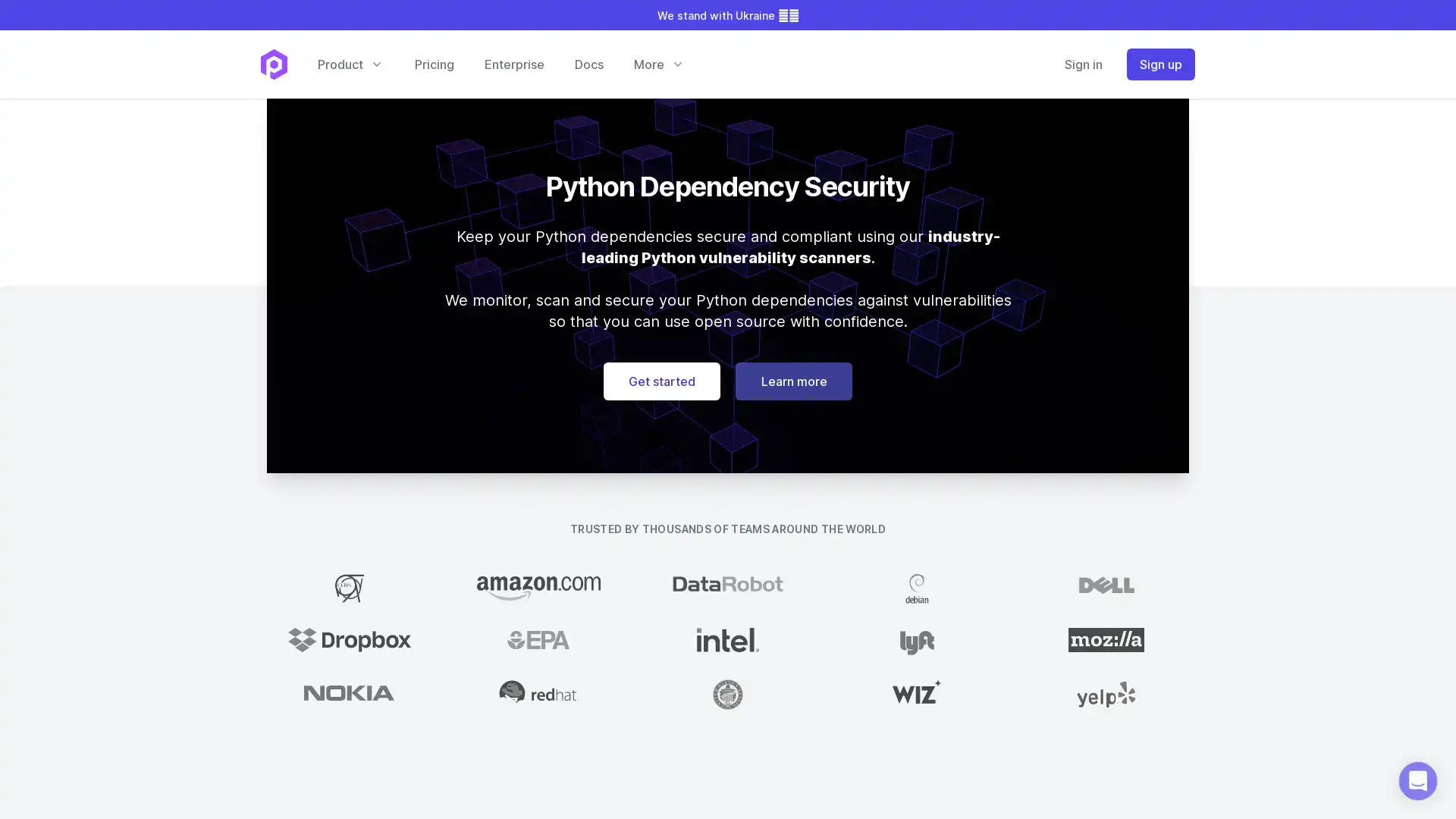  What do you see at coordinates (658, 63) in the screenshot?
I see `More` at bounding box center [658, 63].